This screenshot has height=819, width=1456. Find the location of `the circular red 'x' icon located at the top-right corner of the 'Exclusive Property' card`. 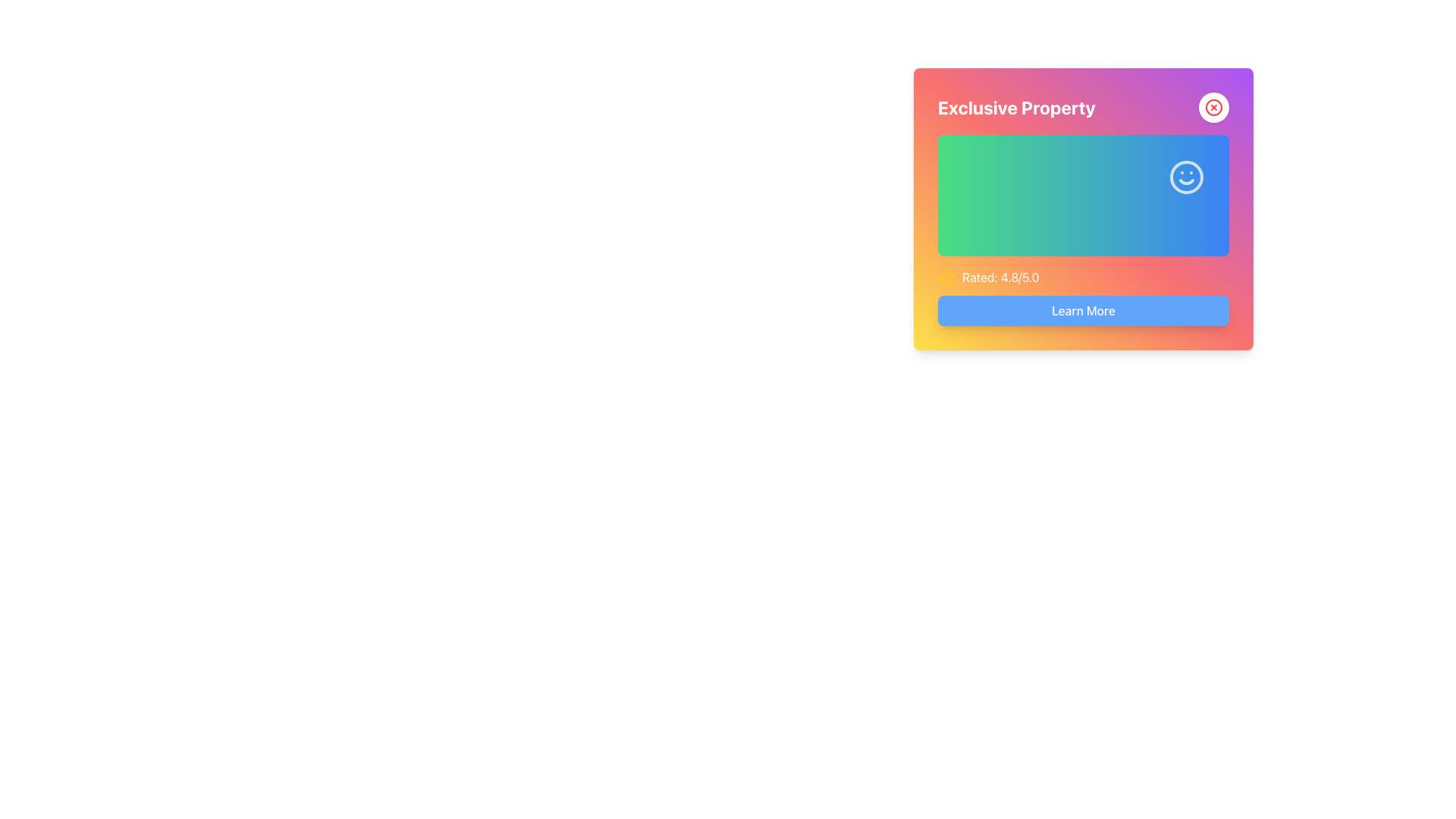

the circular red 'x' icon located at the top-right corner of the 'Exclusive Property' card is located at coordinates (1214, 107).